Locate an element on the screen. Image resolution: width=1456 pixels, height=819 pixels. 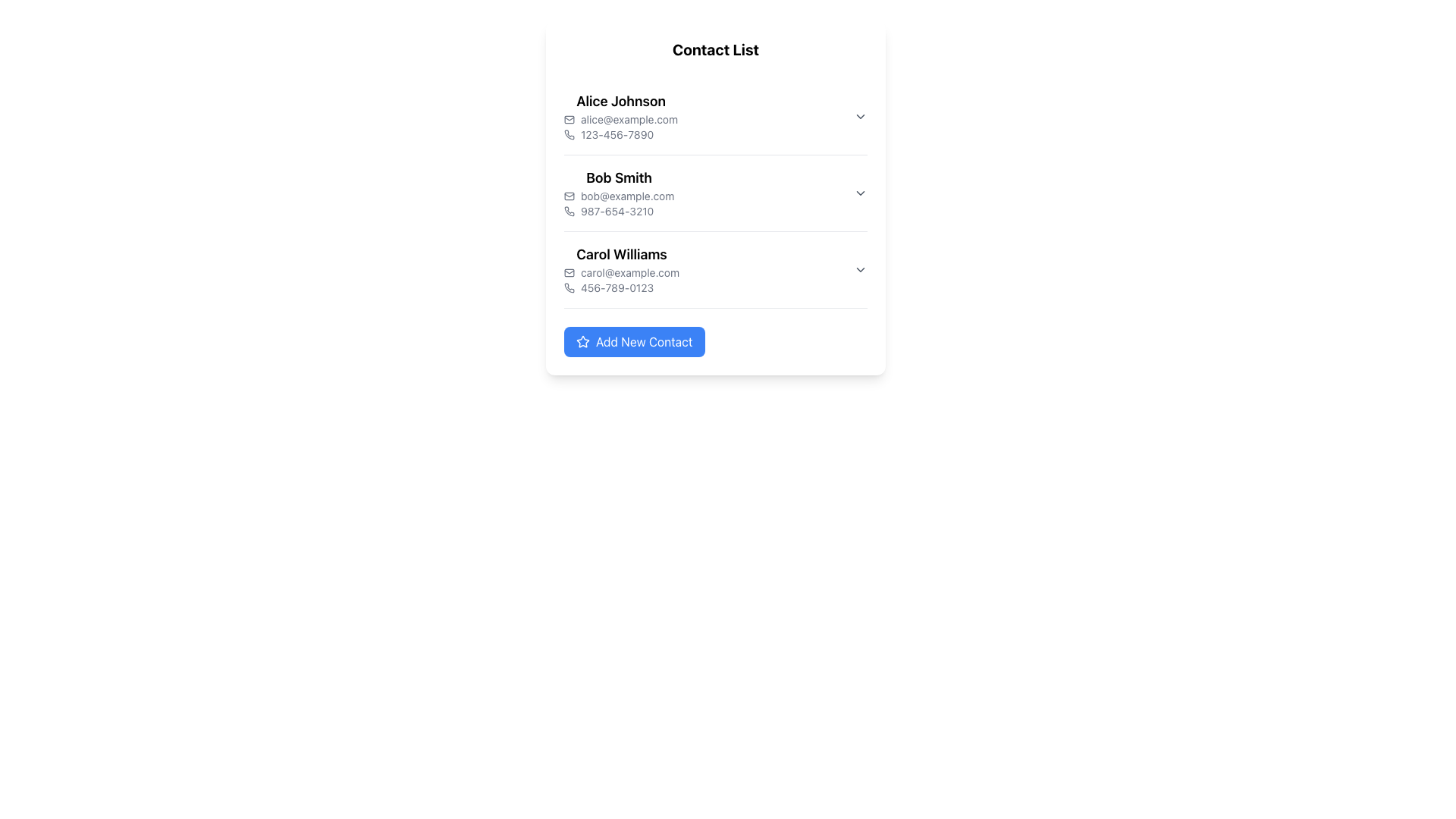
the dropdown toggle button icon located to the right of 'Alice Johnson' is located at coordinates (860, 116).